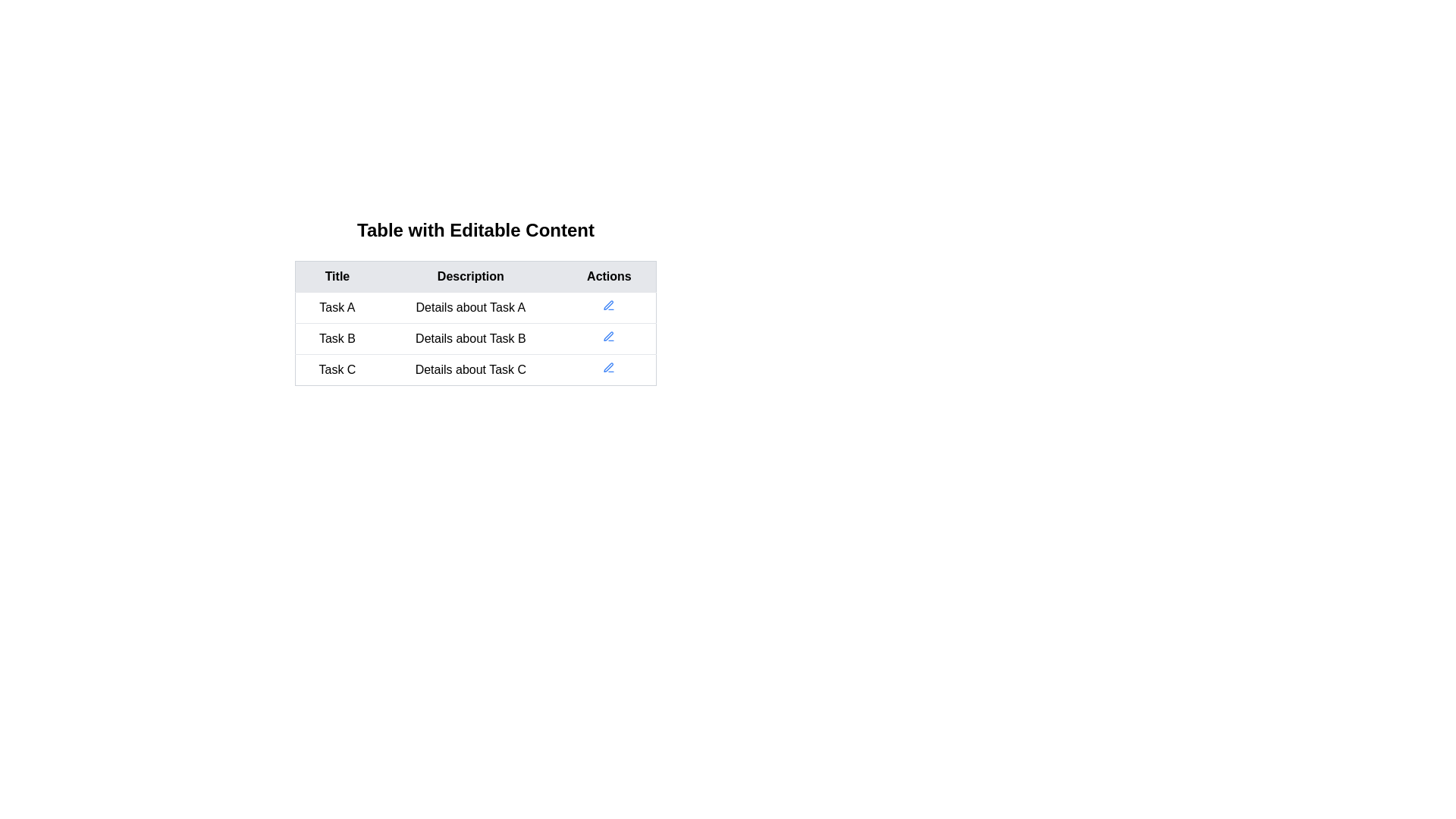  What do you see at coordinates (609, 277) in the screenshot?
I see `the table header cell labeled 'Actions', which is the third column in the header row with a light gray background` at bounding box center [609, 277].